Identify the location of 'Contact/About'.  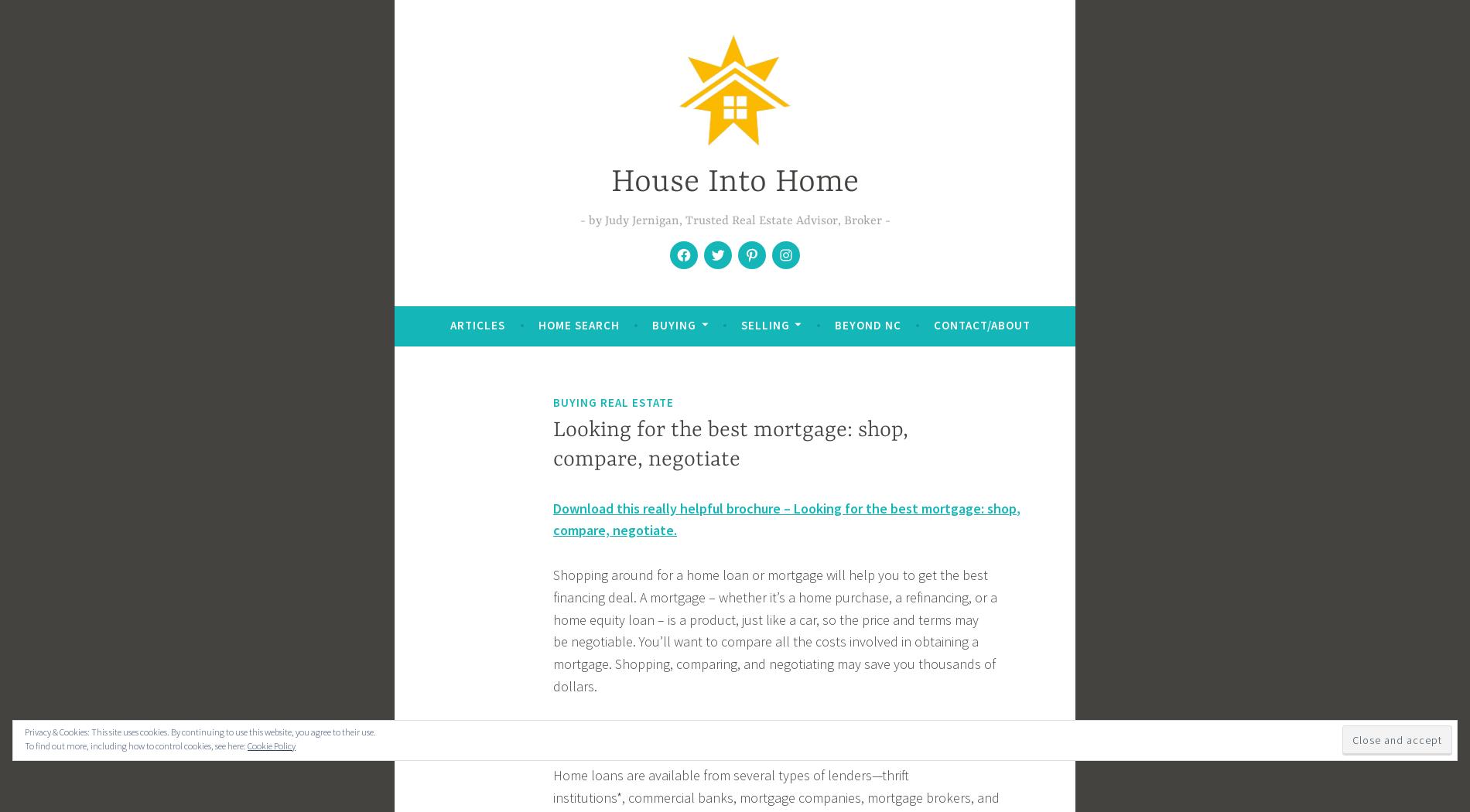
(933, 323).